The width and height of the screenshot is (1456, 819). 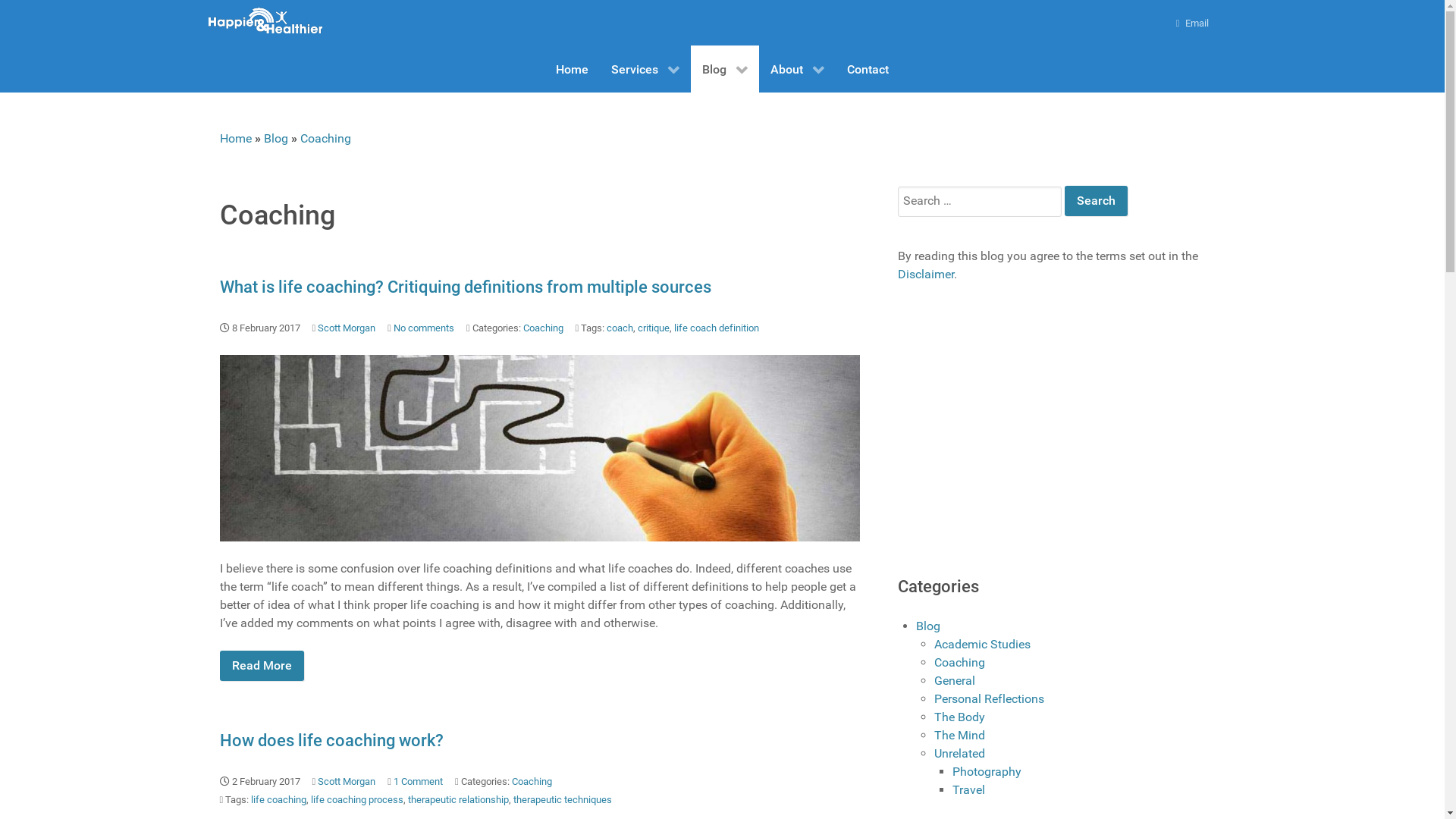 What do you see at coordinates (654, 327) in the screenshot?
I see `'critique'` at bounding box center [654, 327].